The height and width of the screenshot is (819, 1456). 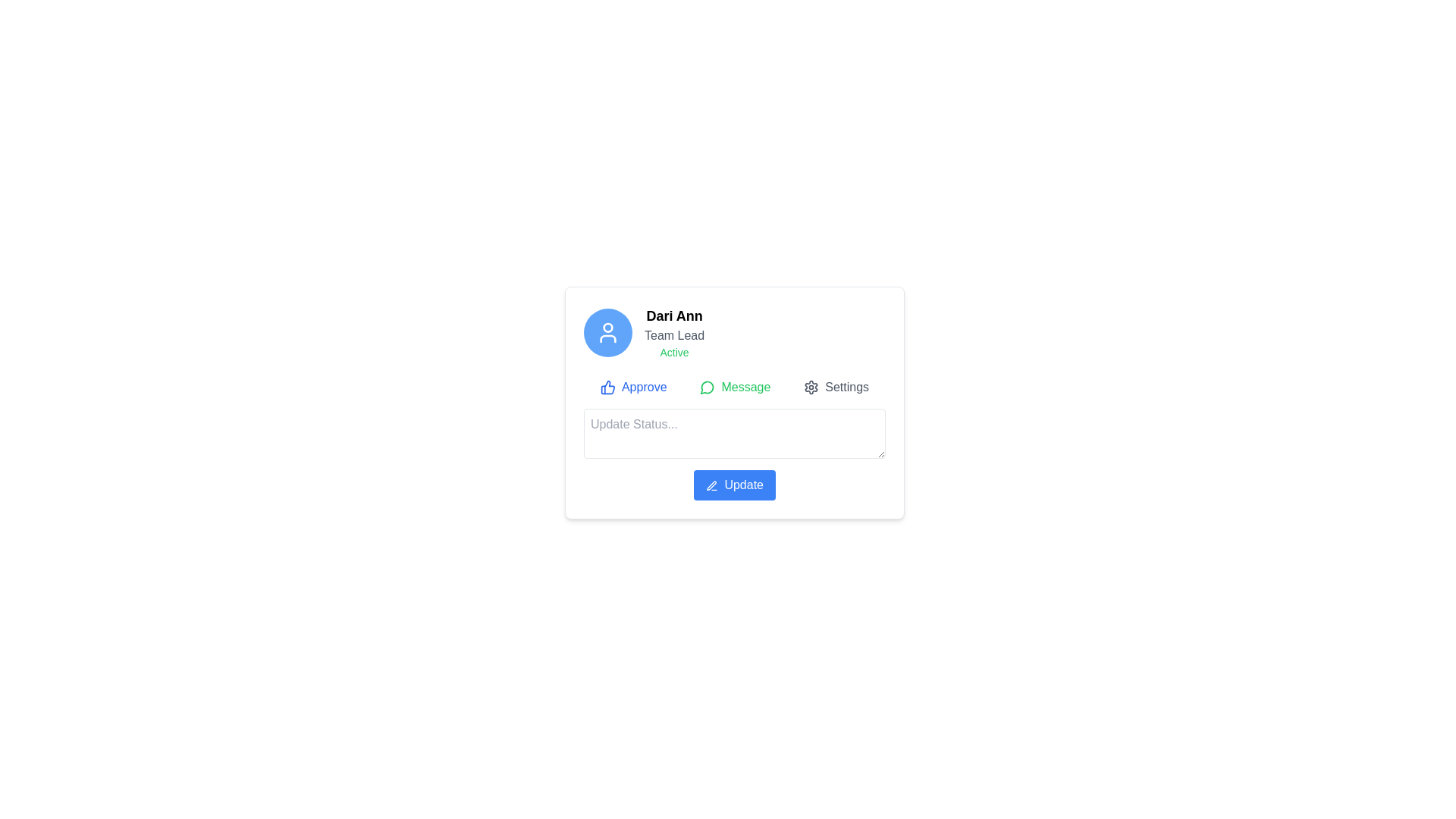 What do you see at coordinates (811, 386) in the screenshot?
I see `the gear icon located in the top-right section of the card interface` at bounding box center [811, 386].